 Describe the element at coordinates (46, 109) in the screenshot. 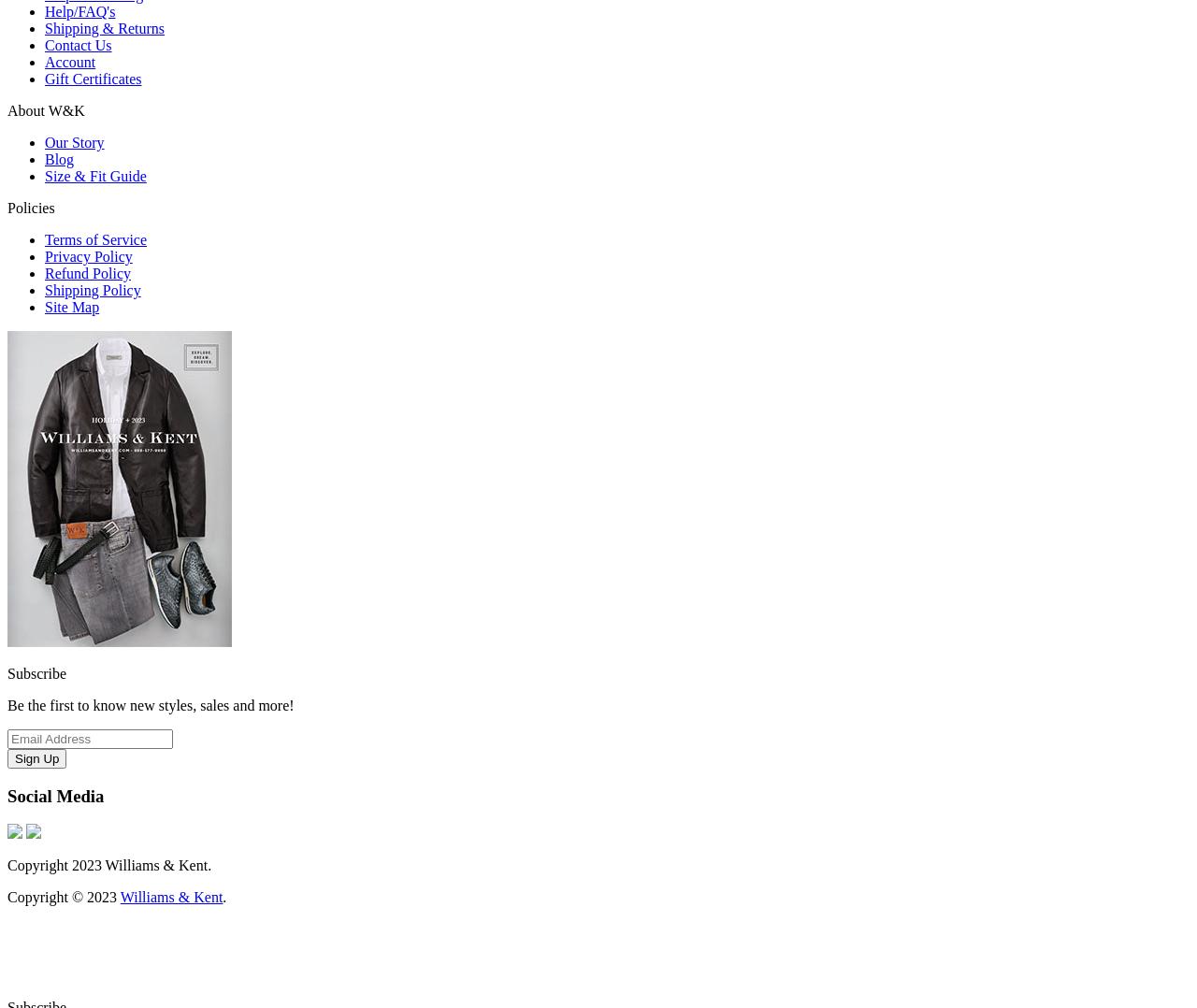

I see `'About W&K'` at that location.